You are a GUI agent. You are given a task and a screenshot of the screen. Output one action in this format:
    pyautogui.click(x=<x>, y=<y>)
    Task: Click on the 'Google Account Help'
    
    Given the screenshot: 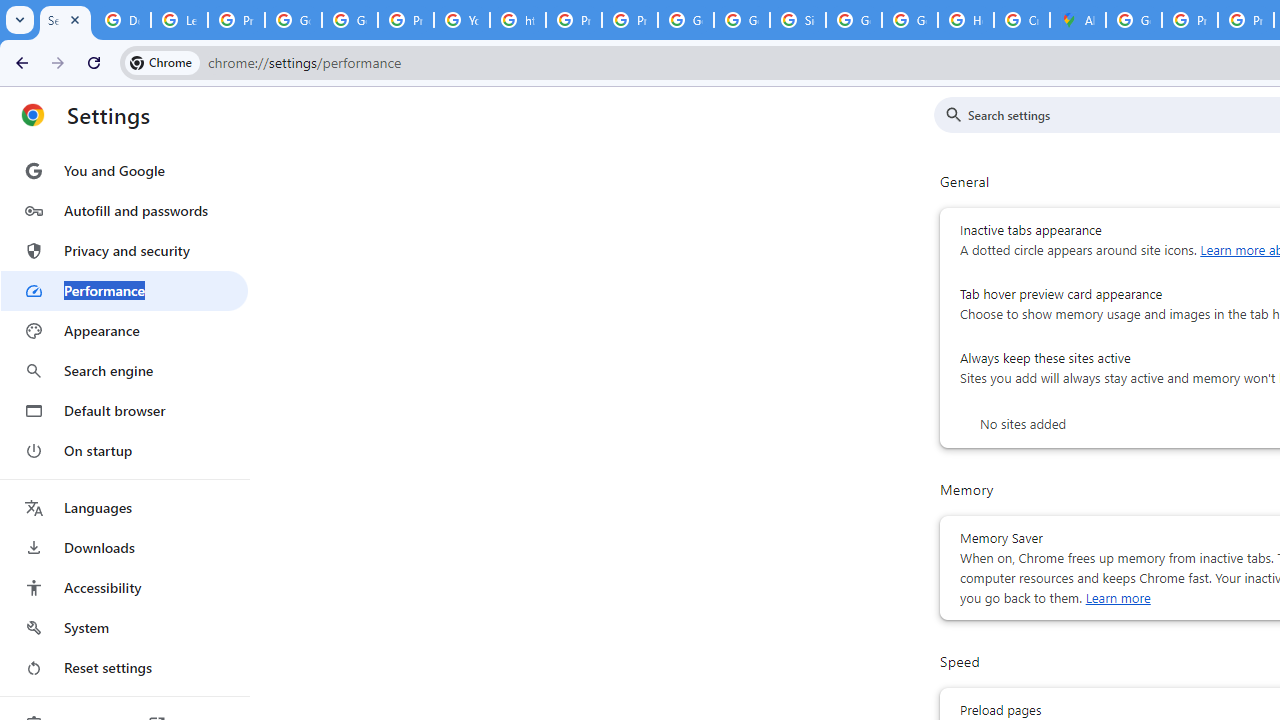 What is the action you would take?
    pyautogui.click(x=292, y=20)
    